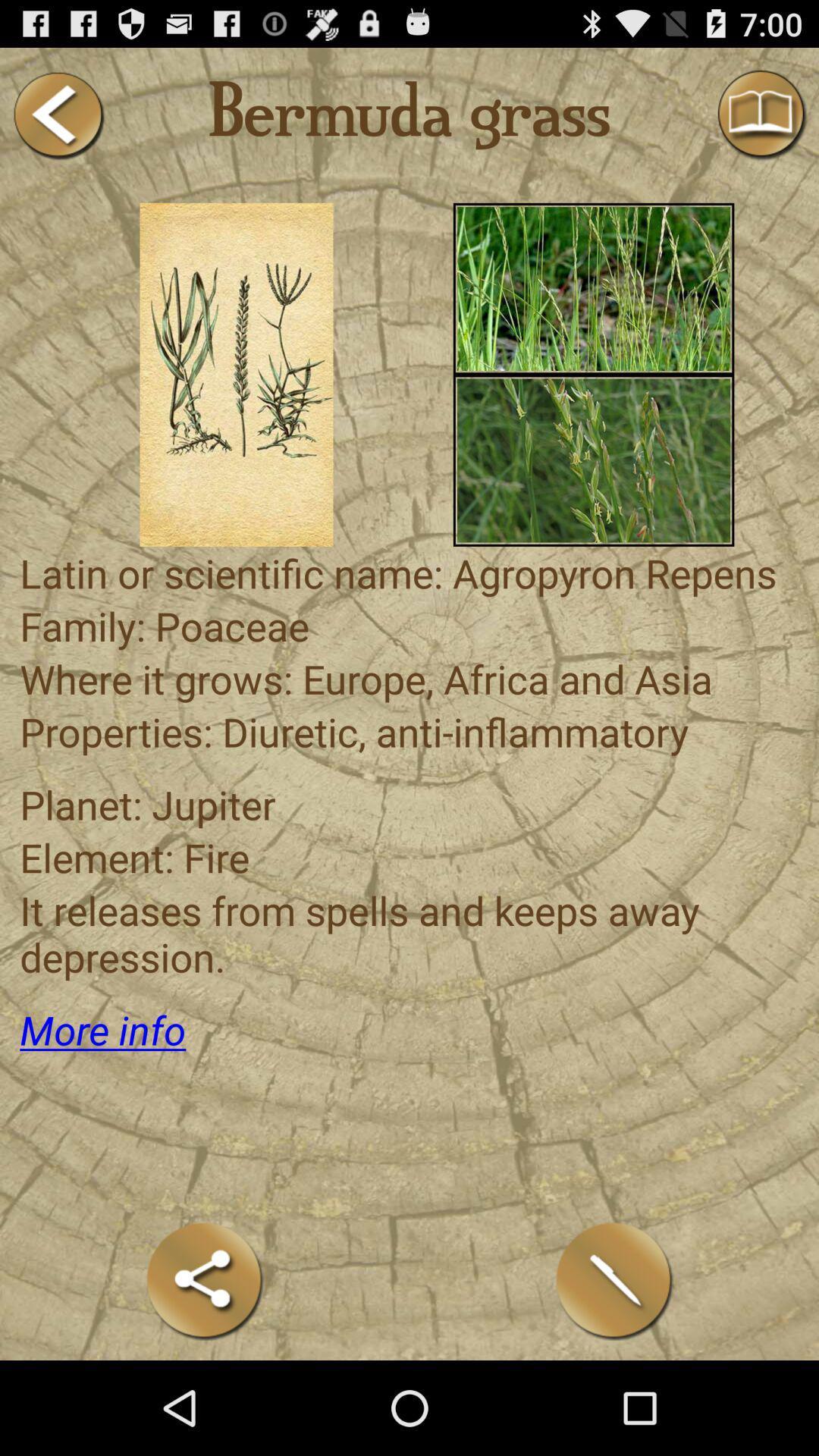  Describe the element at coordinates (205, 1280) in the screenshot. I see `share the page` at that location.